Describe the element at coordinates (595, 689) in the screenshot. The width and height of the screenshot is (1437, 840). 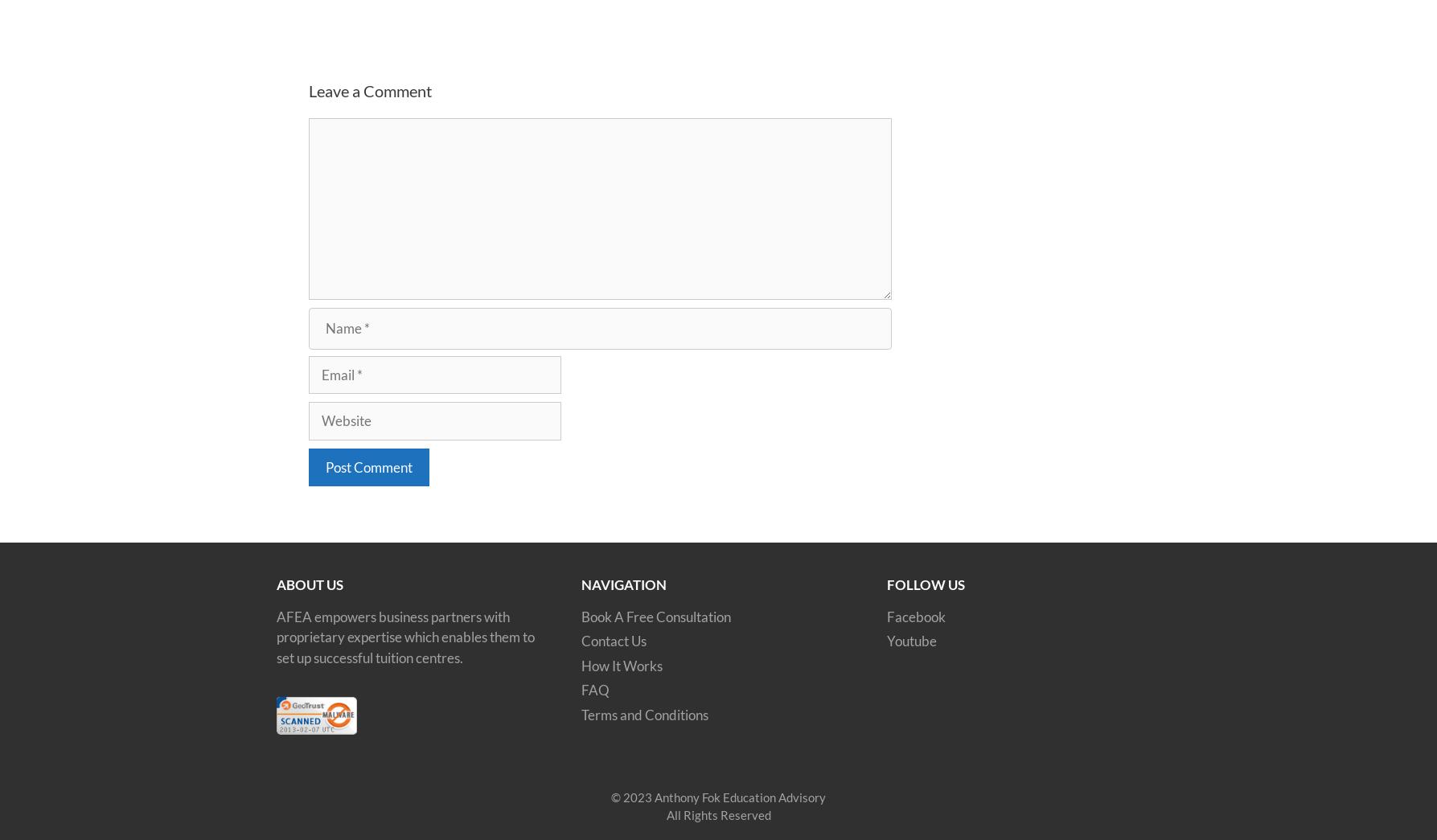
I see `'FAQ'` at that location.